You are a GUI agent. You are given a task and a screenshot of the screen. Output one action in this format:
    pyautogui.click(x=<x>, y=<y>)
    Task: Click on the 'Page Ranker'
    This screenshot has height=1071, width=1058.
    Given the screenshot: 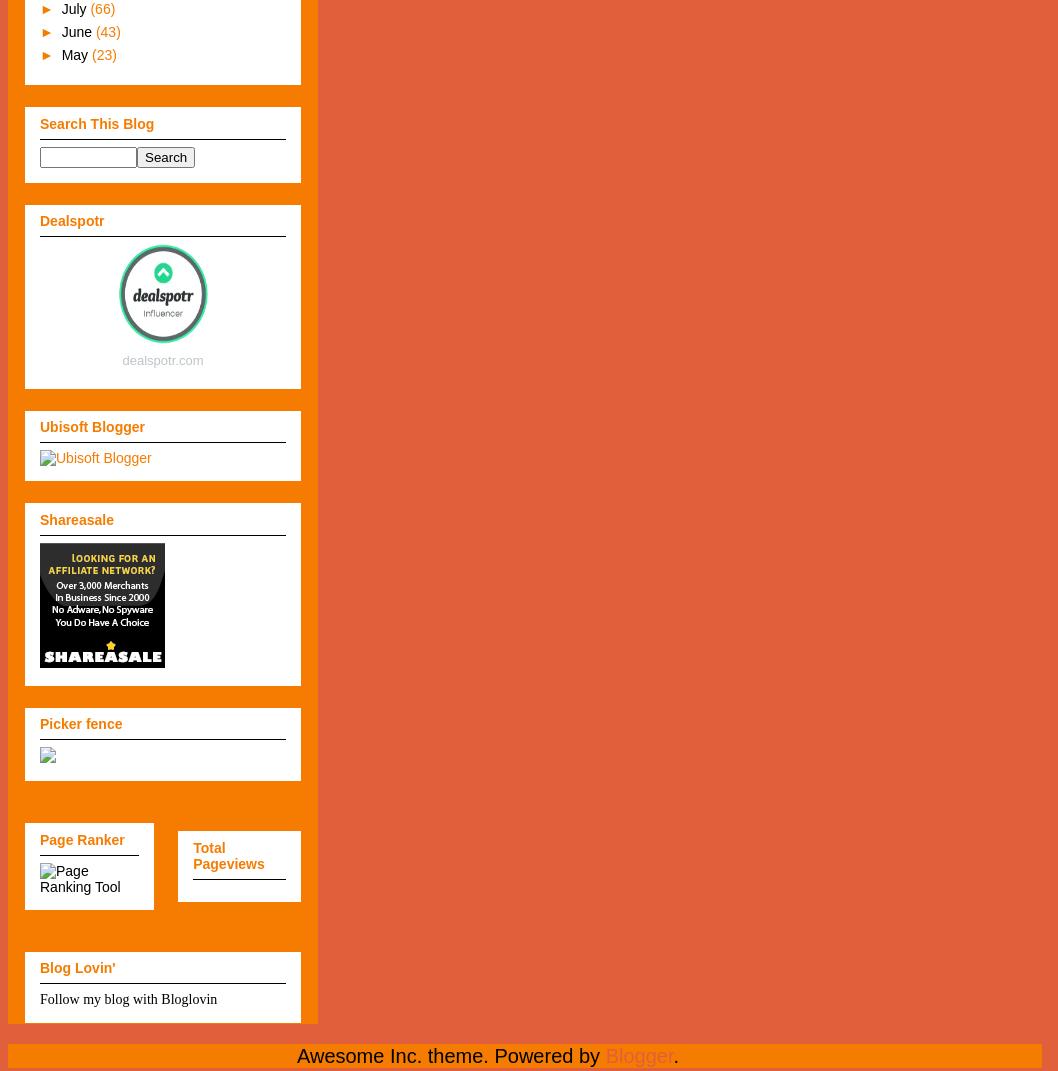 What is the action you would take?
    pyautogui.click(x=81, y=838)
    